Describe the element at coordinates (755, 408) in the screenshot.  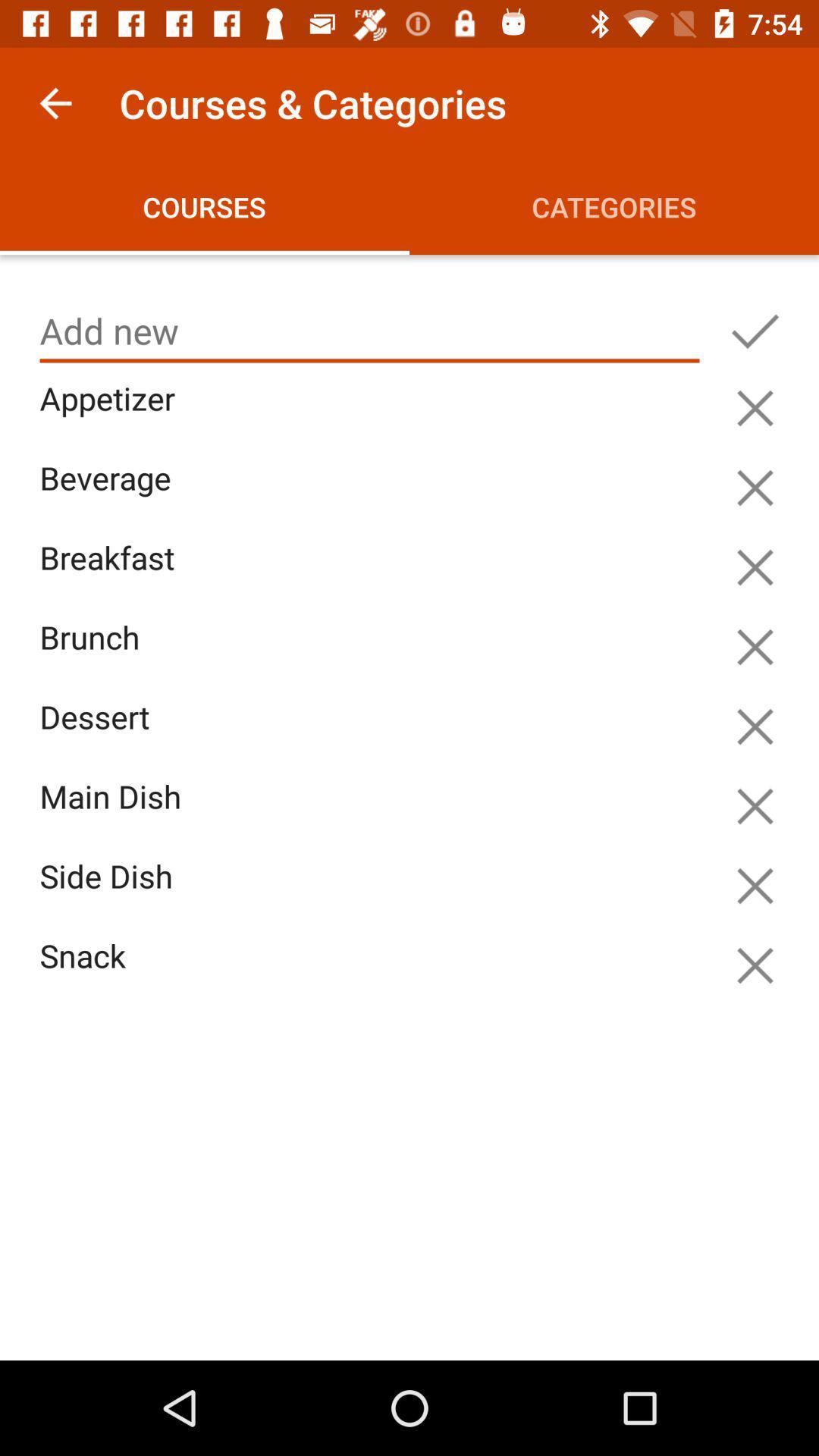
I see `deleter` at that location.